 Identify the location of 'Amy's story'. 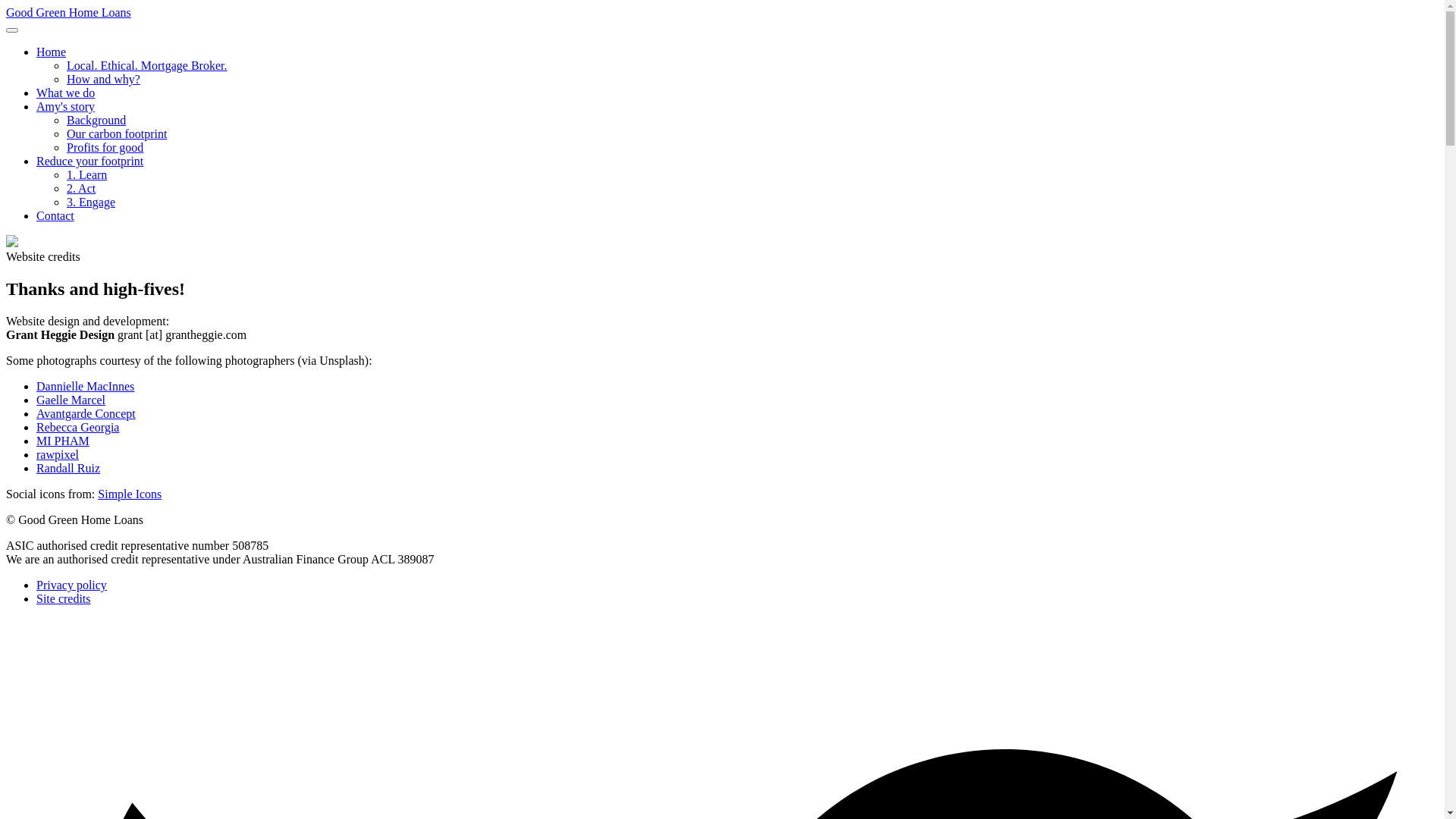
(64, 105).